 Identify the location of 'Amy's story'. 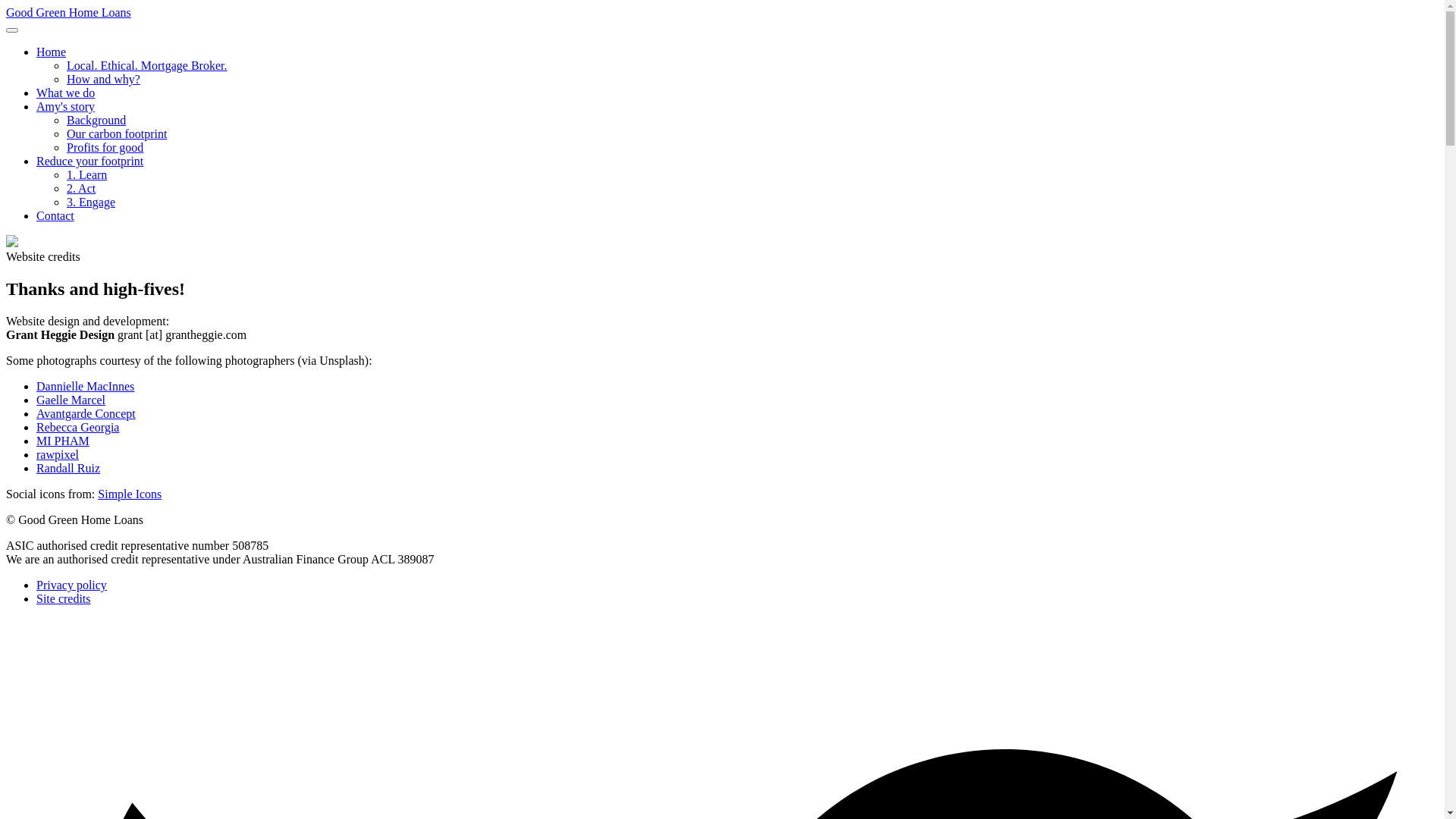
(64, 105).